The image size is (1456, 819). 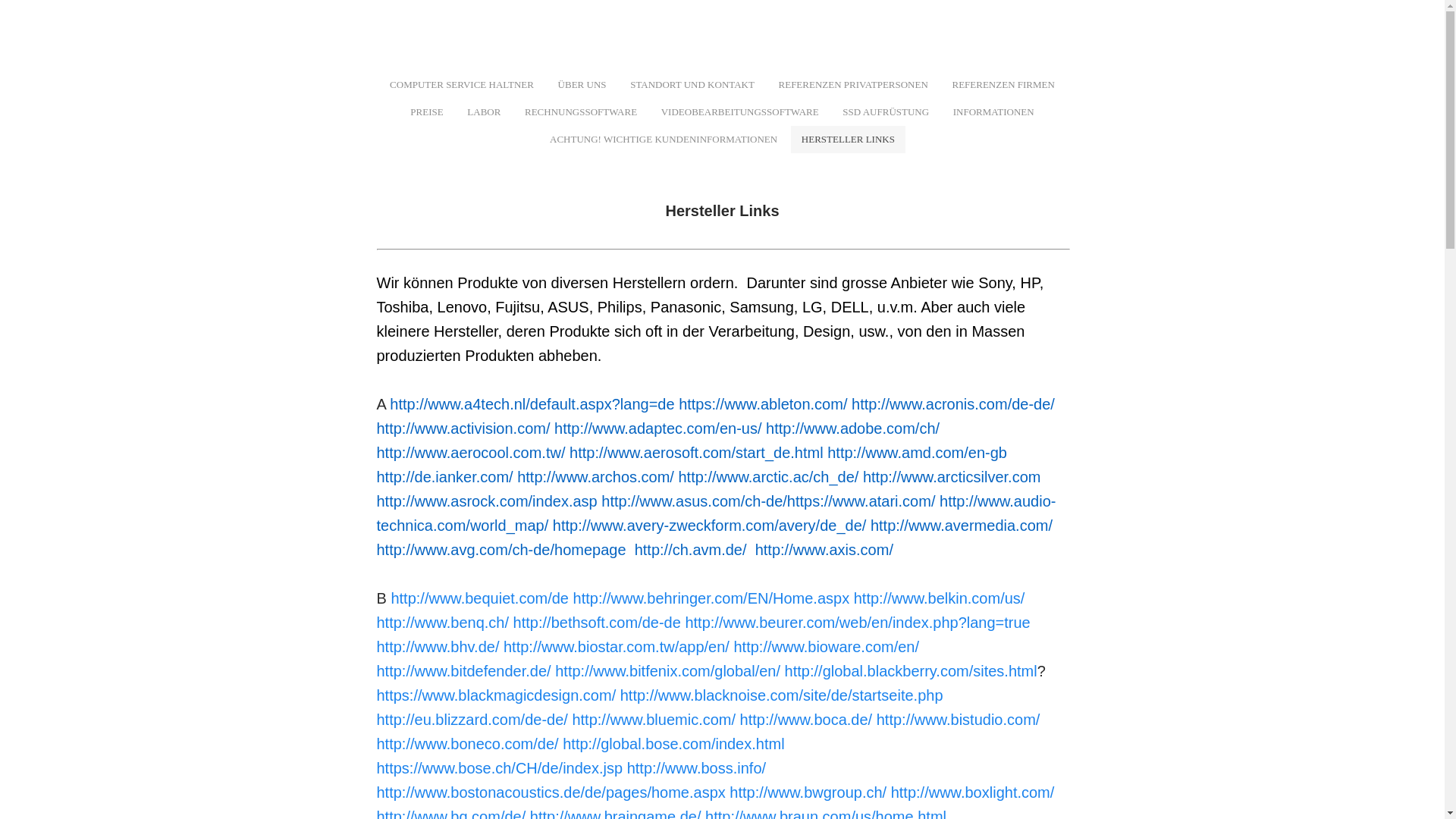 I want to click on 'http://www.bioware.com/en/', so click(x=825, y=646).